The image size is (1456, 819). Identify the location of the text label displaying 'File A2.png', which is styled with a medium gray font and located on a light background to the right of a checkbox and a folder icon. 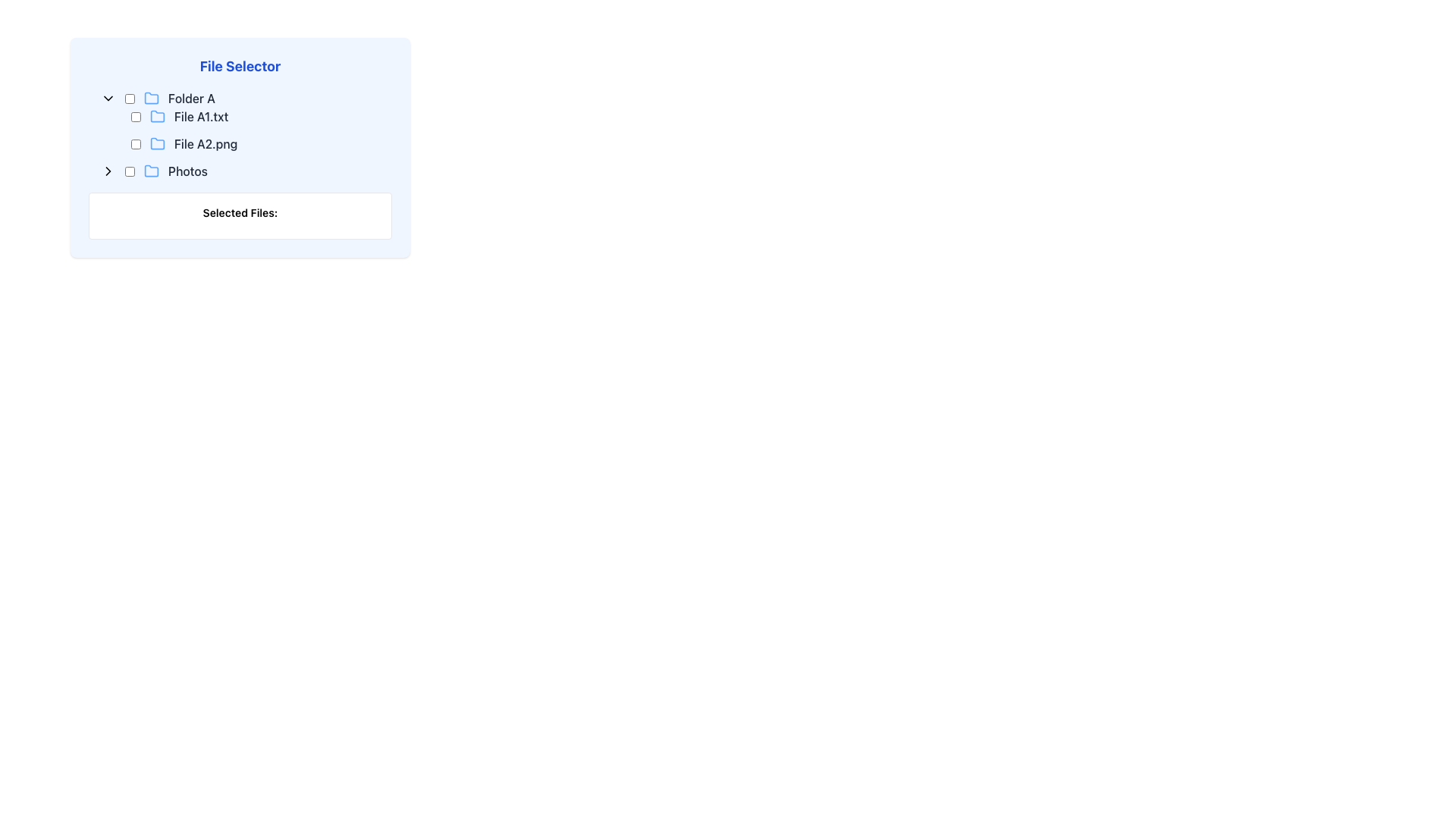
(205, 143).